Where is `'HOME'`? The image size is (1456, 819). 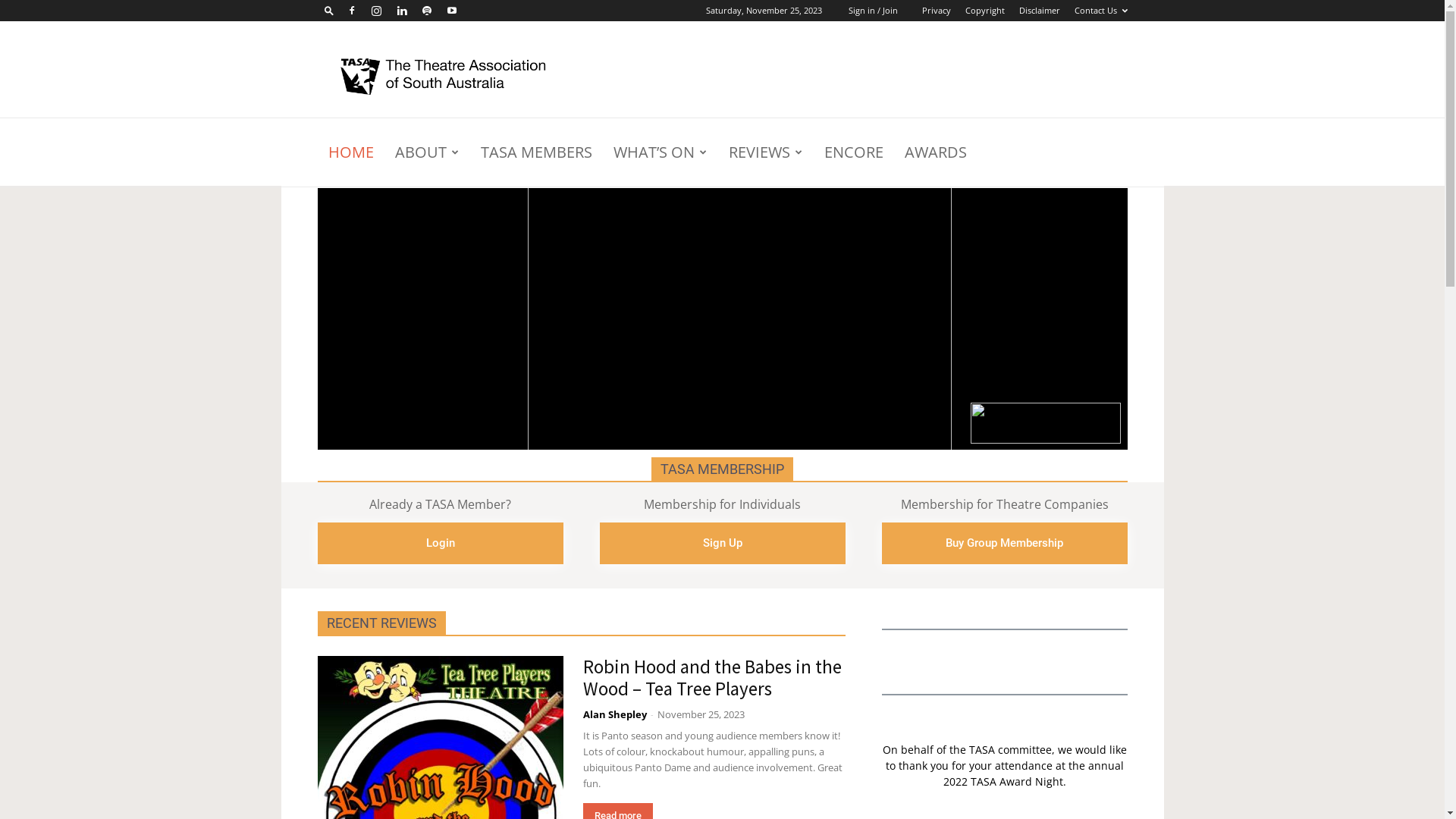 'HOME' is located at coordinates (349, 152).